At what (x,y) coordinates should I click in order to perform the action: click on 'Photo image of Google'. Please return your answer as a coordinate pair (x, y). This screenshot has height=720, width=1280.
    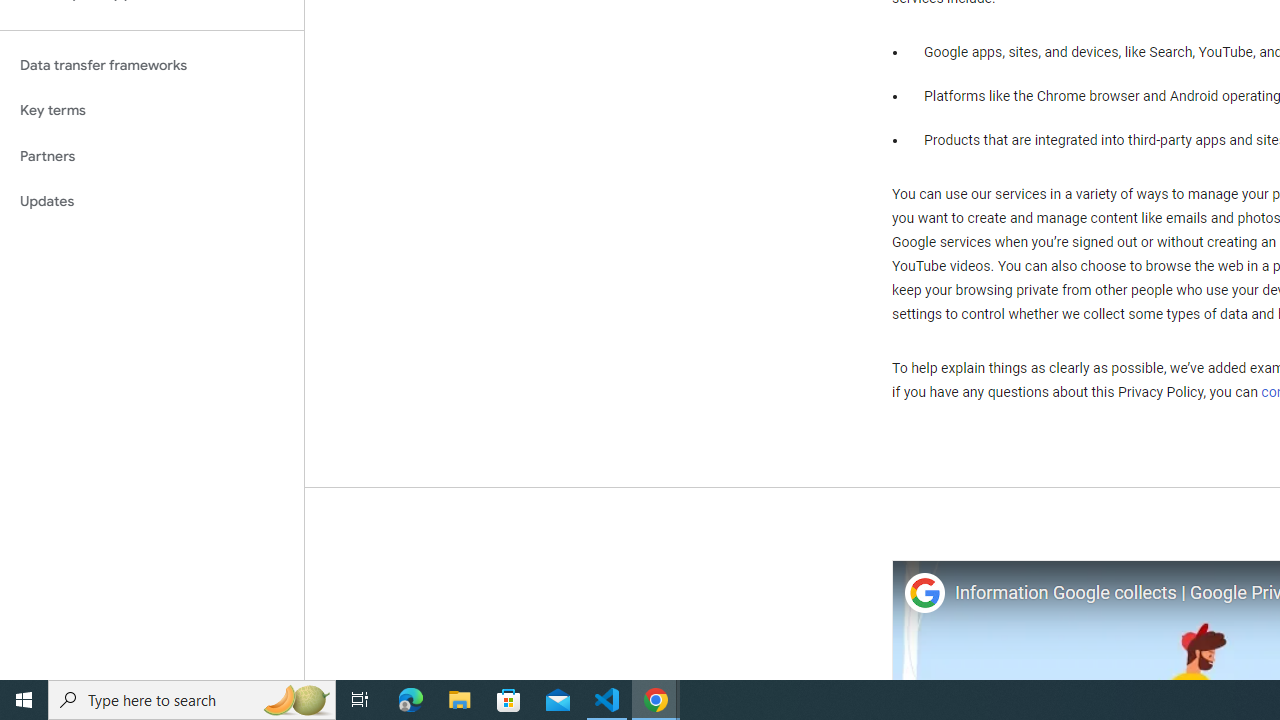
    Looking at the image, I should click on (923, 592).